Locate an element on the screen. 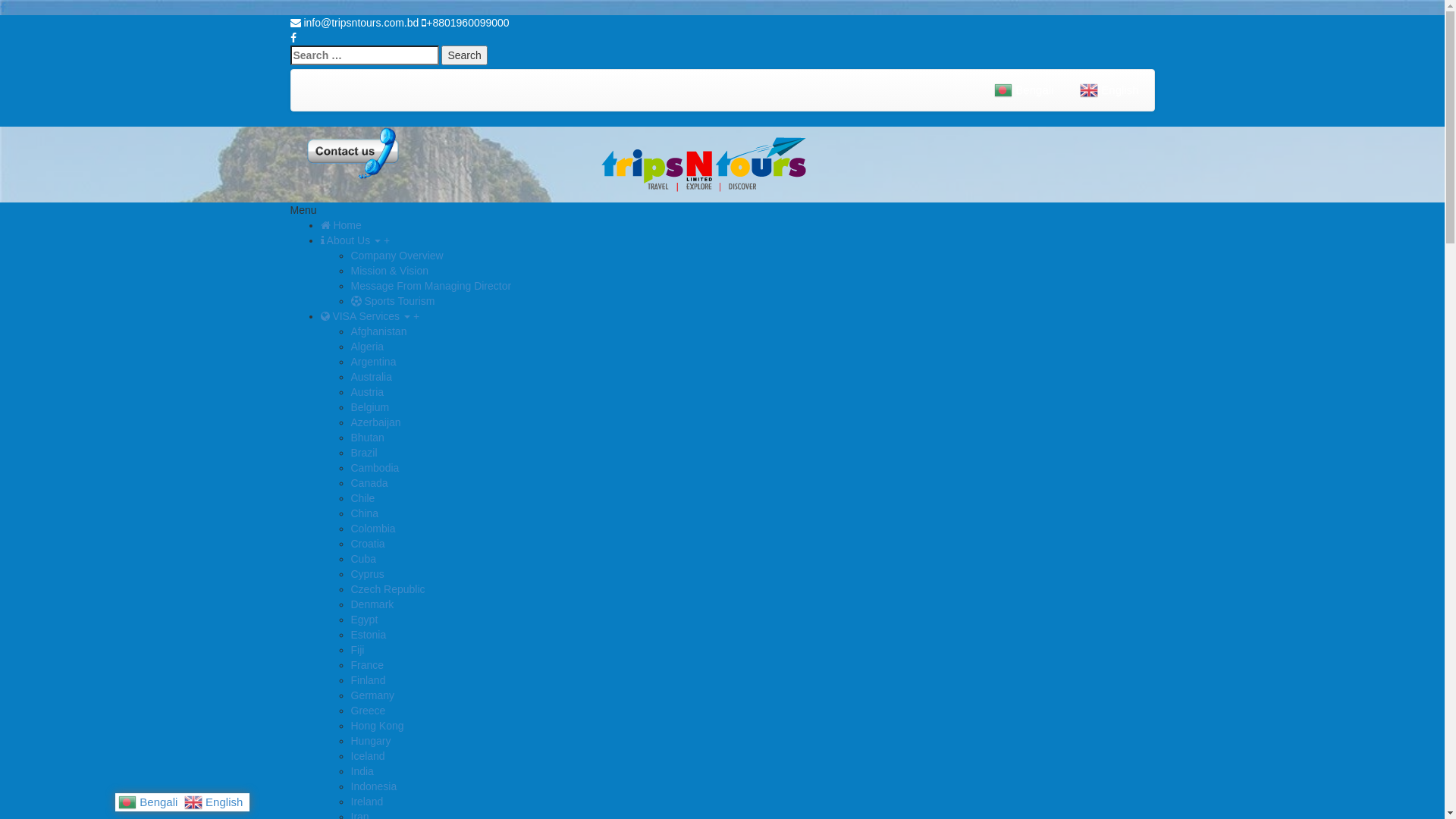 This screenshot has width=1456, height=819. ' About Us' is located at coordinates (319, 239).